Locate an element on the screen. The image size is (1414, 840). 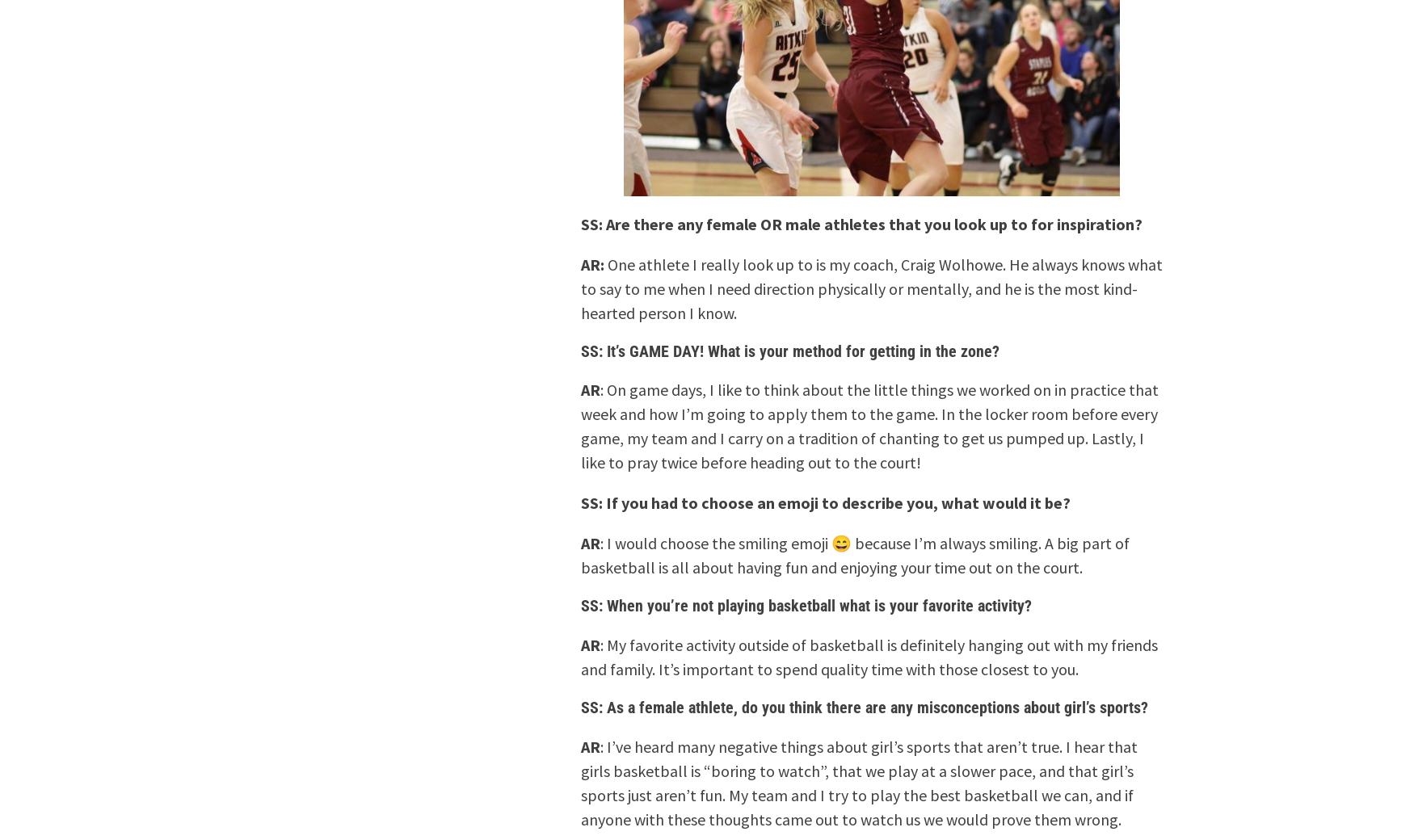
': I’ve heard many negative things about girl’s sports that aren’t true. I hear that girls basketball is “boring to watch”, that we play at a slower pace, and that girl’s sports just aren’t fun. My team and I try to play the best basketball we can, and if anyone with these thoughts came out to watch us we would prove them wrong.' is located at coordinates (858, 782).